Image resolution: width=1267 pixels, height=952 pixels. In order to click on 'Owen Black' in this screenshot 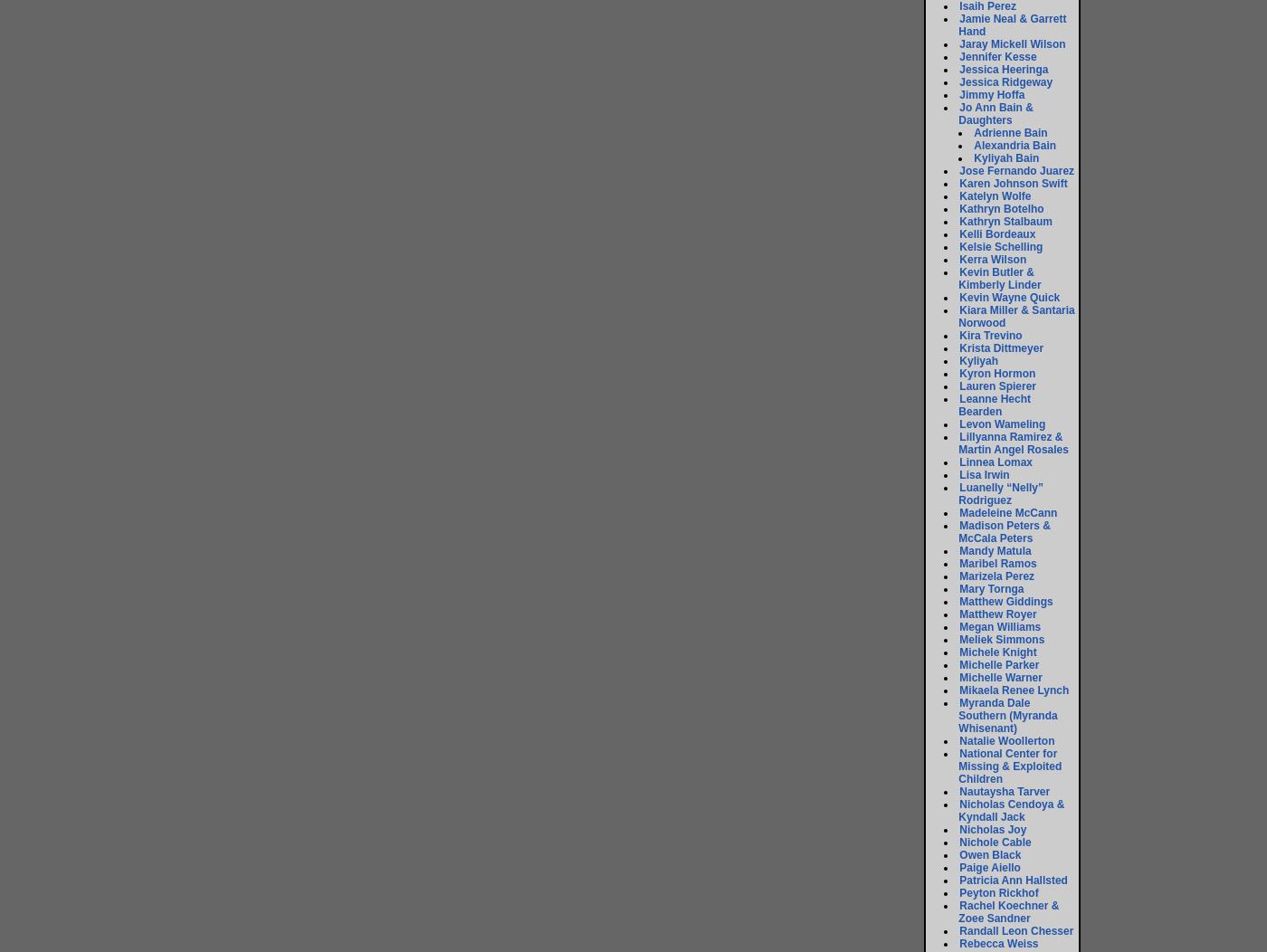, I will do `click(958, 854)`.